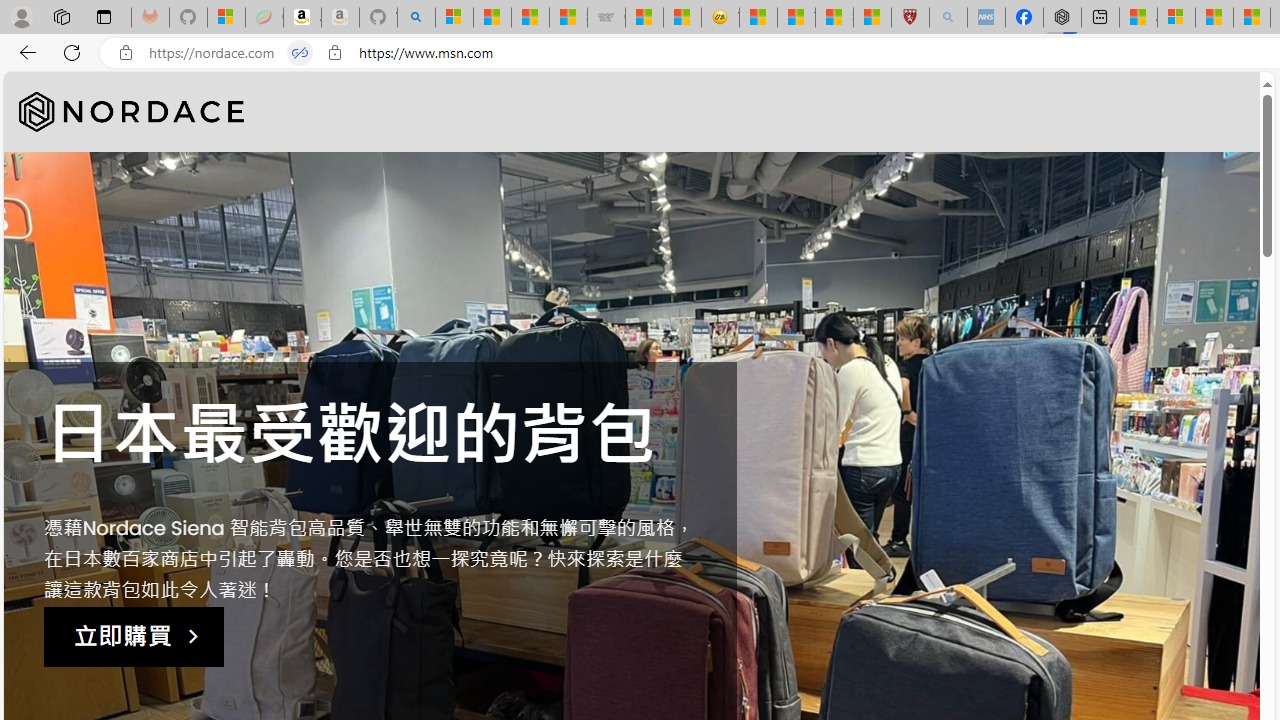  Describe the element at coordinates (909, 17) in the screenshot. I see `'Robert H. Shmerling, MD - Harvard Health'` at that location.